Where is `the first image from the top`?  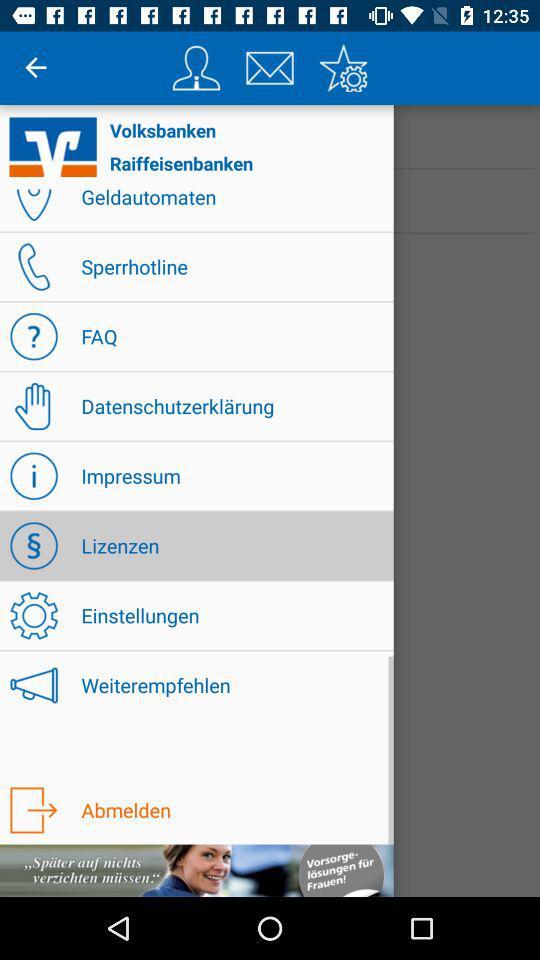 the first image from the top is located at coordinates (196, 68).